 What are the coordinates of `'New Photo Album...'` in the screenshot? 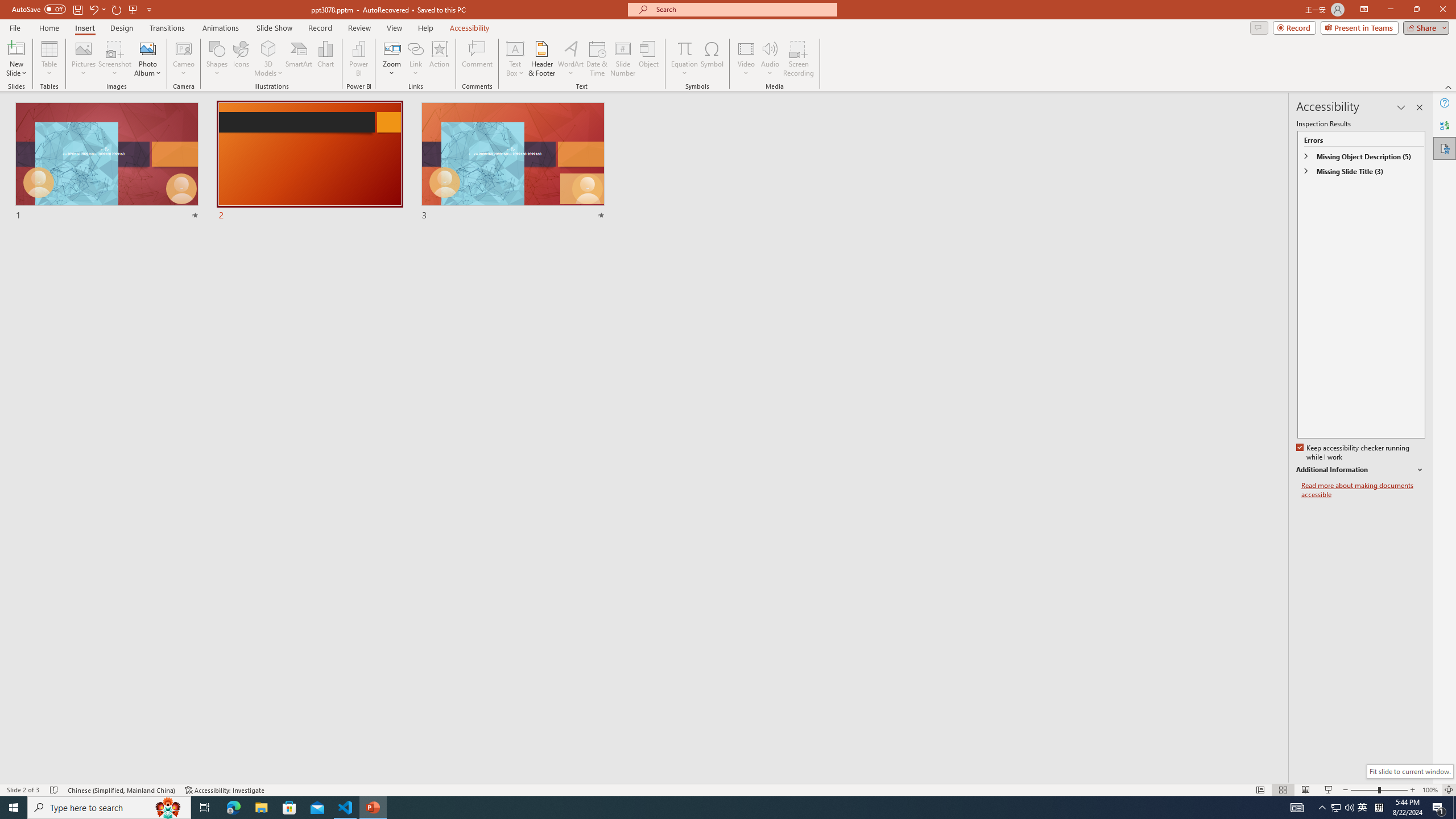 It's located at (147, 48).